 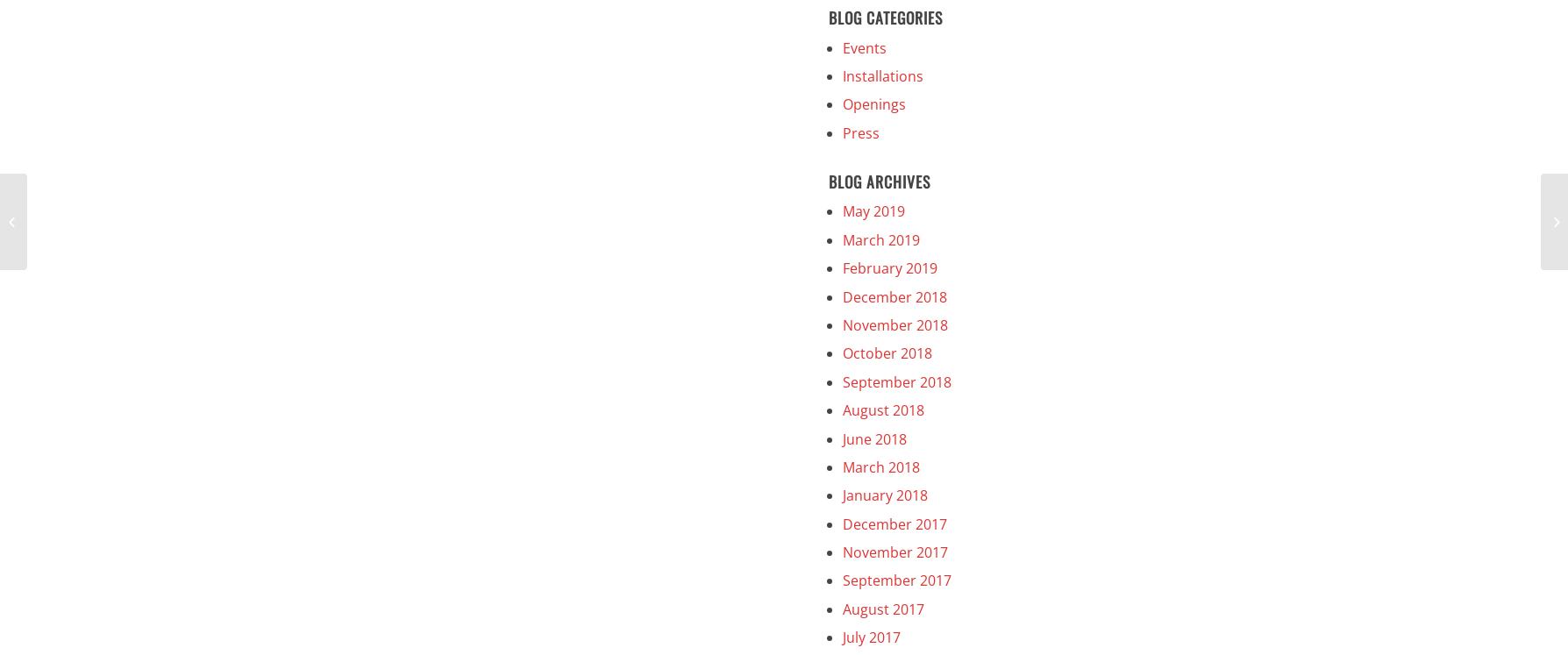 What do you see at coordinates (894, 523) in the screenshot?
I see `'December 2017'` at bounding box center [894, 523].